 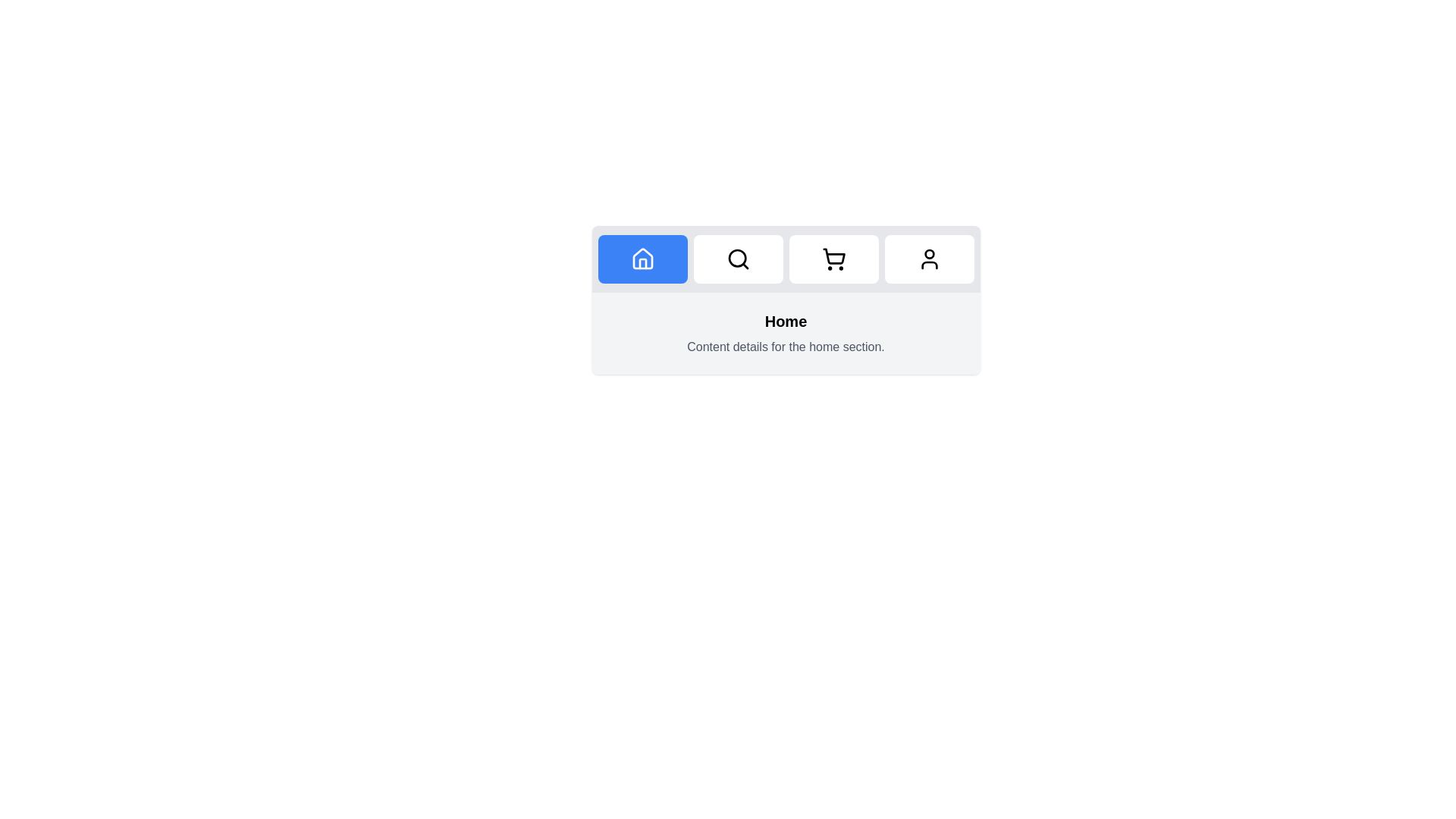 What do you see at coordinates (786, 321) in the screenshot?
I see `the 'Home' text label, which is a bold font element located in the upper section of a light gray box, centrally positioned above another text element and below a horizontal navigation menu` at bounding box center [786, 321].